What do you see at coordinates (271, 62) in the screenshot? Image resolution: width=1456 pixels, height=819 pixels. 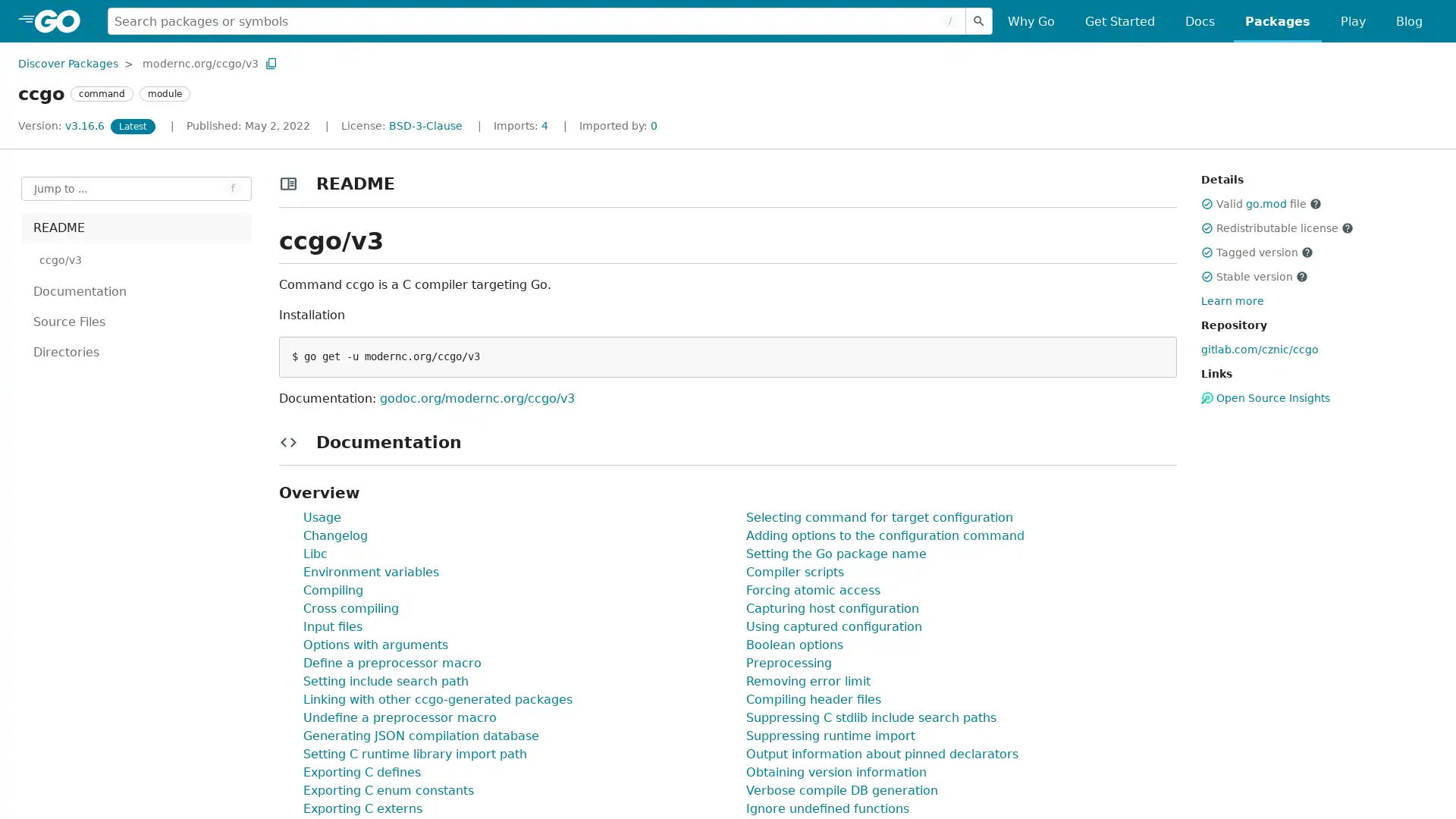 I see `Copy Path to Clipboard` at bounding box center [271, 62].